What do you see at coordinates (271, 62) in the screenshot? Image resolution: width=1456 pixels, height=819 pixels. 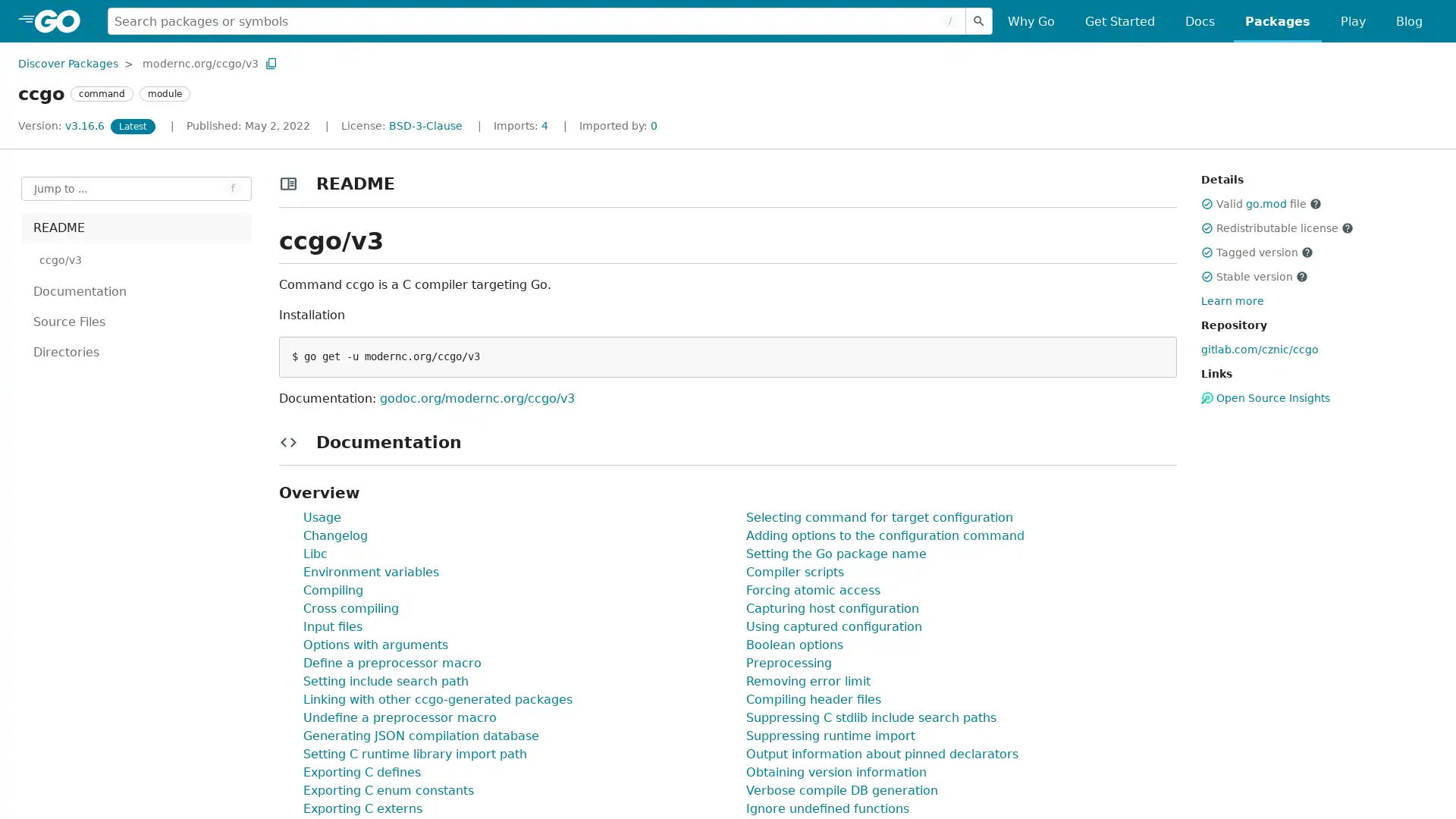 I see `Copy Path to Clipboard` at bounding box center [271, 62].